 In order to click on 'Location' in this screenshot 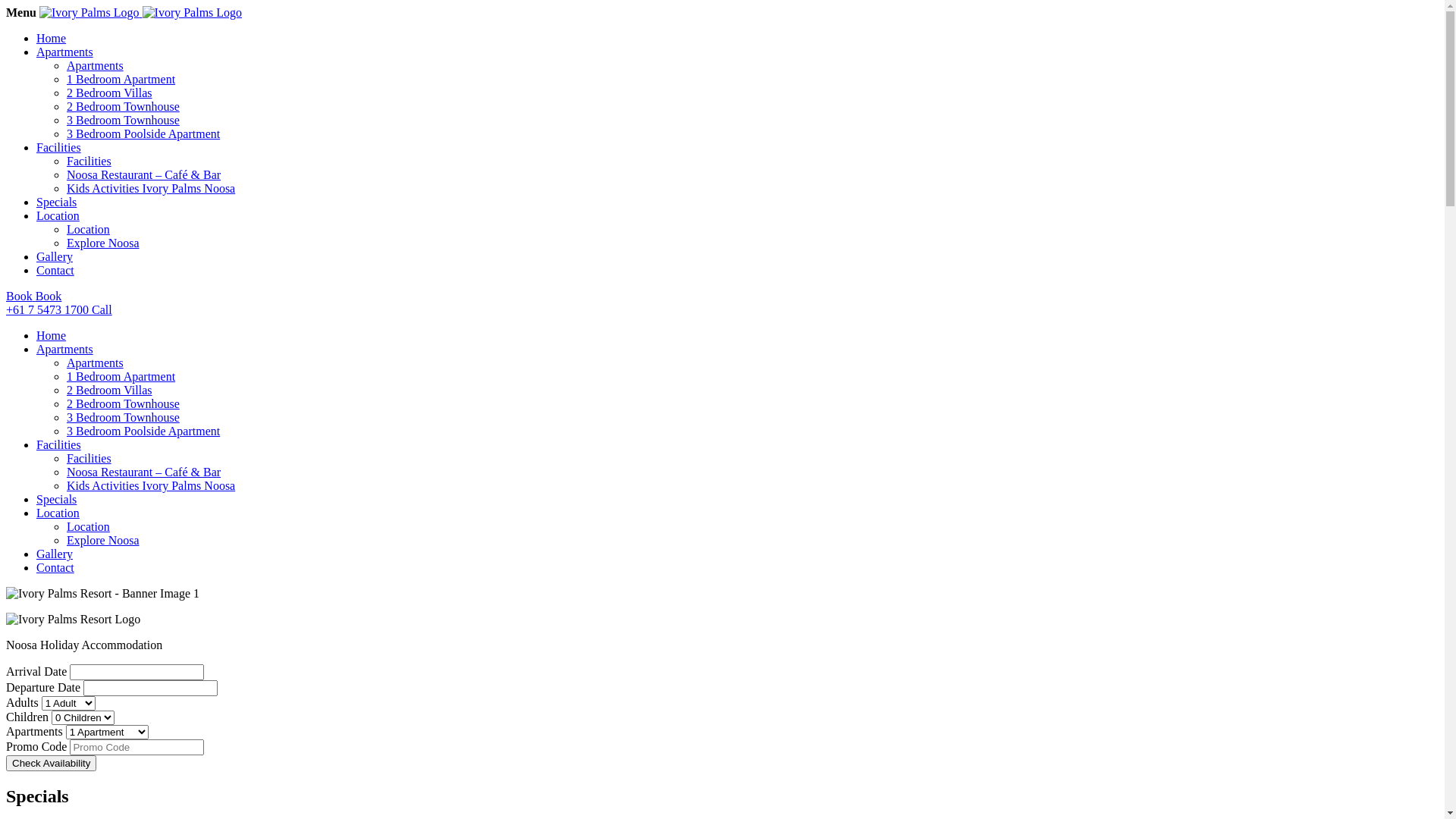, I will do `click(65, 526)`.